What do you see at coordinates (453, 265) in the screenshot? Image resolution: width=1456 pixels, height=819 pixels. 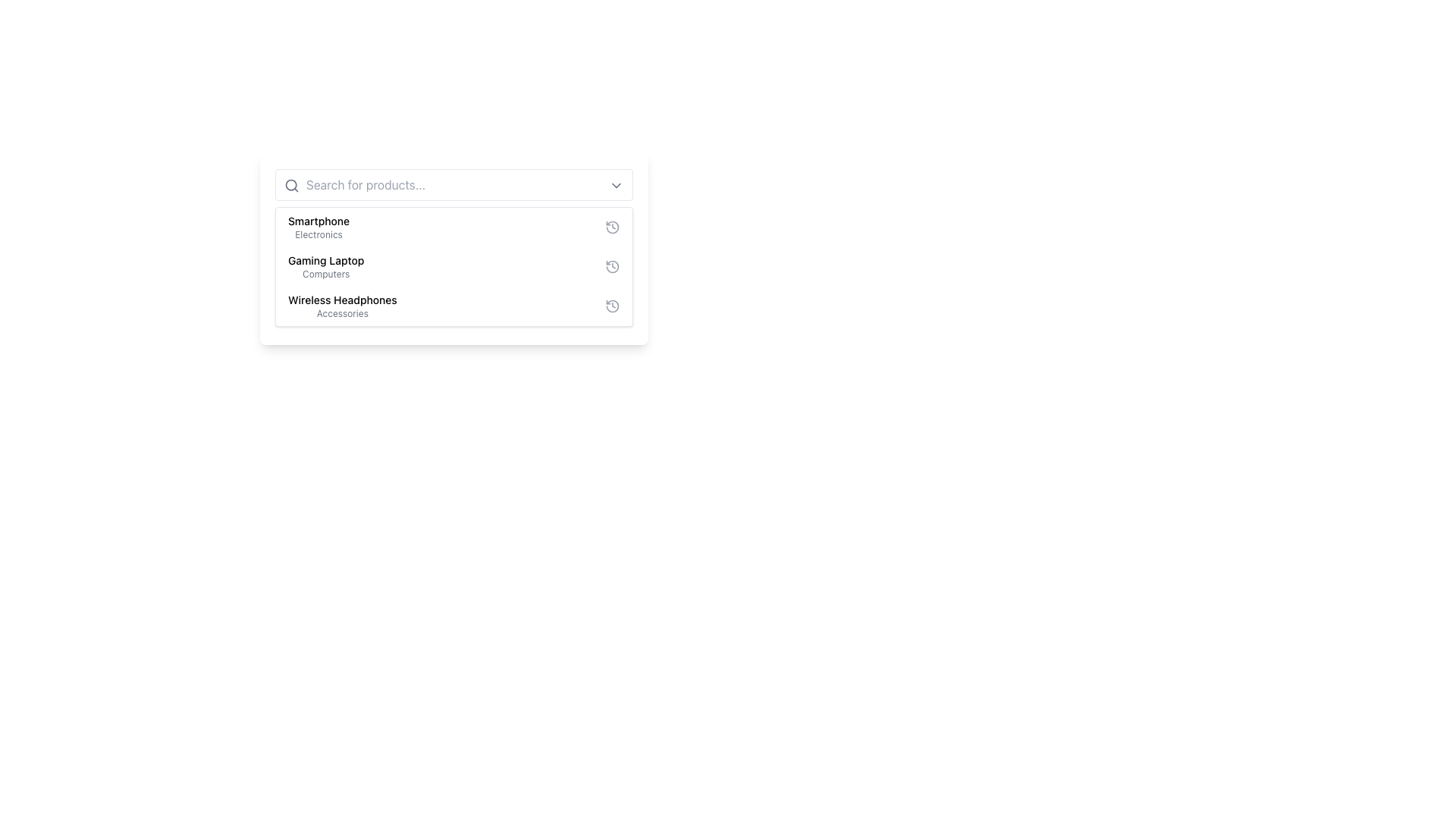 I see `the second list item in the dropdown interface that contains the title 'Gaming Laptop' and the subtitle 'Computers'` at bounding box center [453, 265].